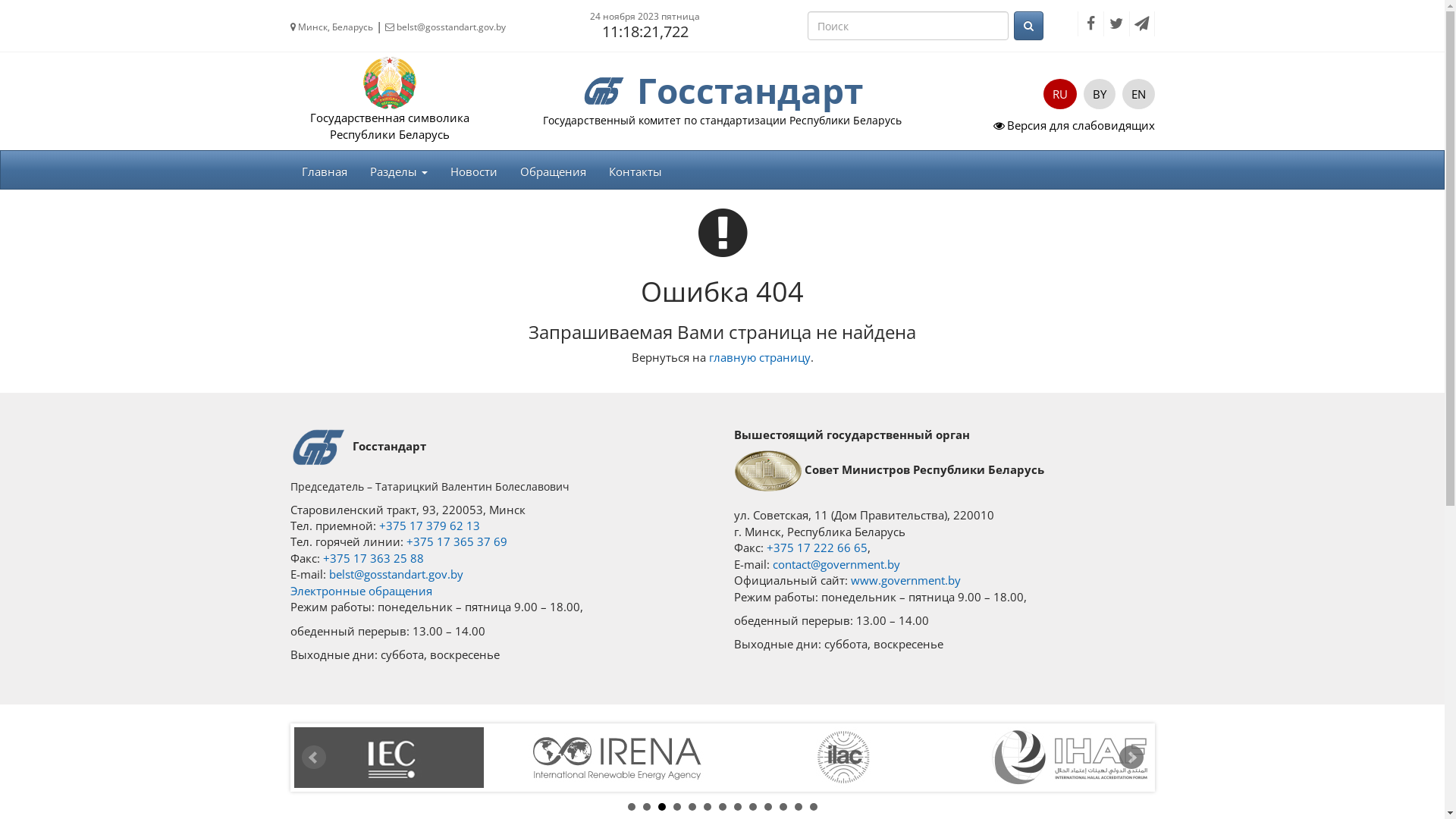 The width and height of the screenshot is (1456, 819). Describe the element at coordinates (312, 758) in the screenshot. I see `'Prev'` at that location.